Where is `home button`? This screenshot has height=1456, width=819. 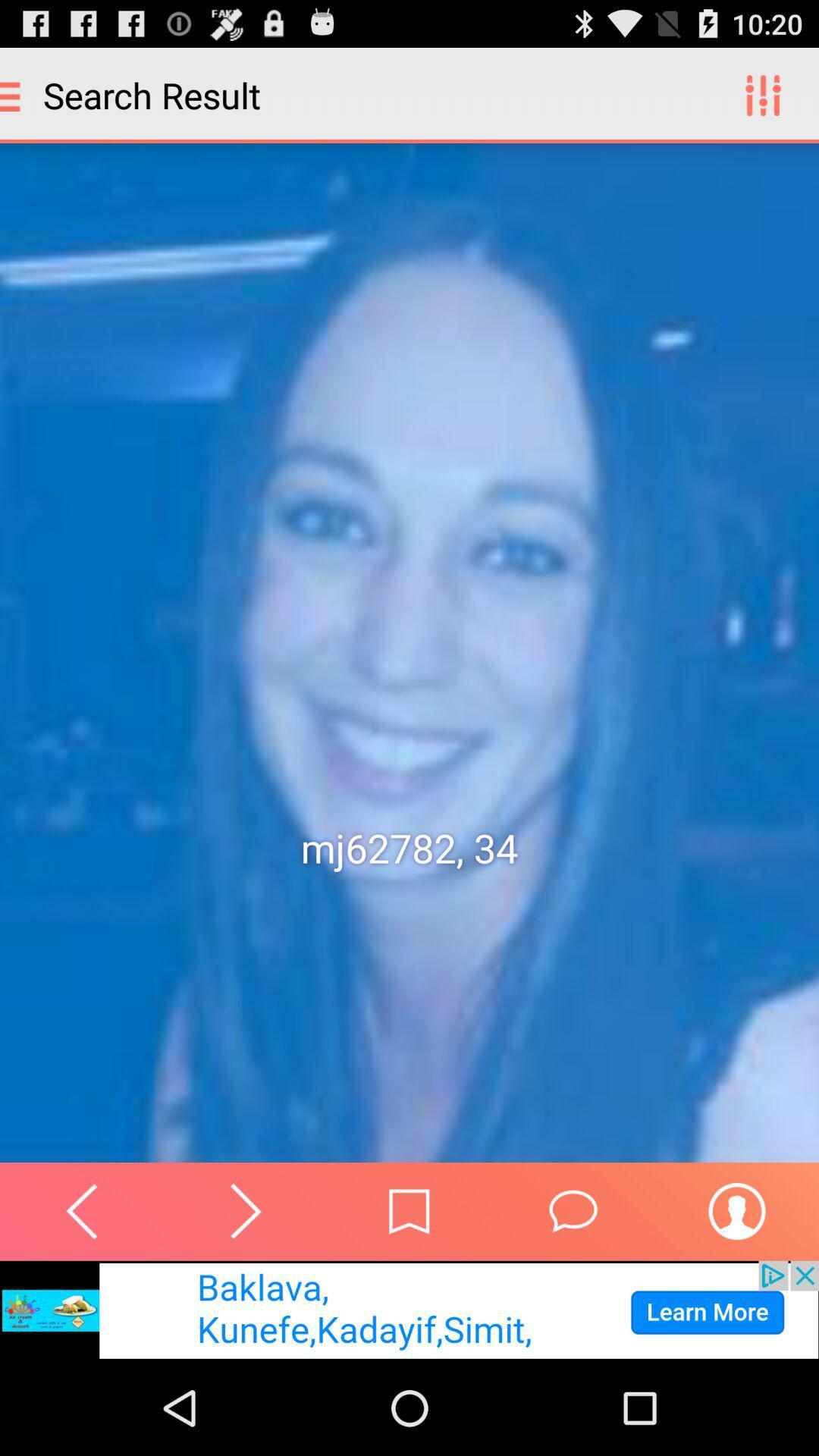 home button is located at coordinates (409, 1210).